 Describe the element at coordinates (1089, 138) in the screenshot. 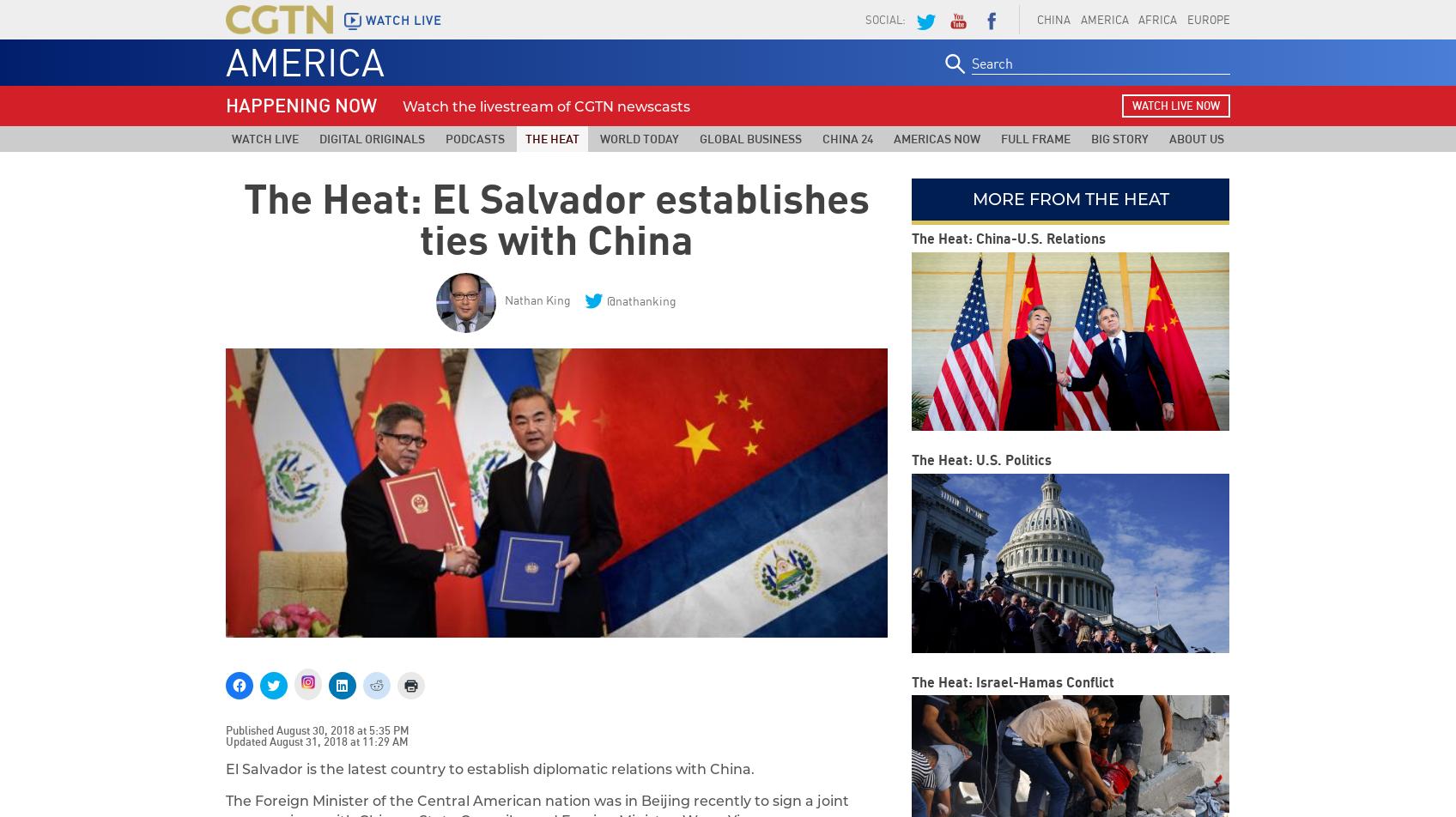

I see `'Big Story'` at that location.